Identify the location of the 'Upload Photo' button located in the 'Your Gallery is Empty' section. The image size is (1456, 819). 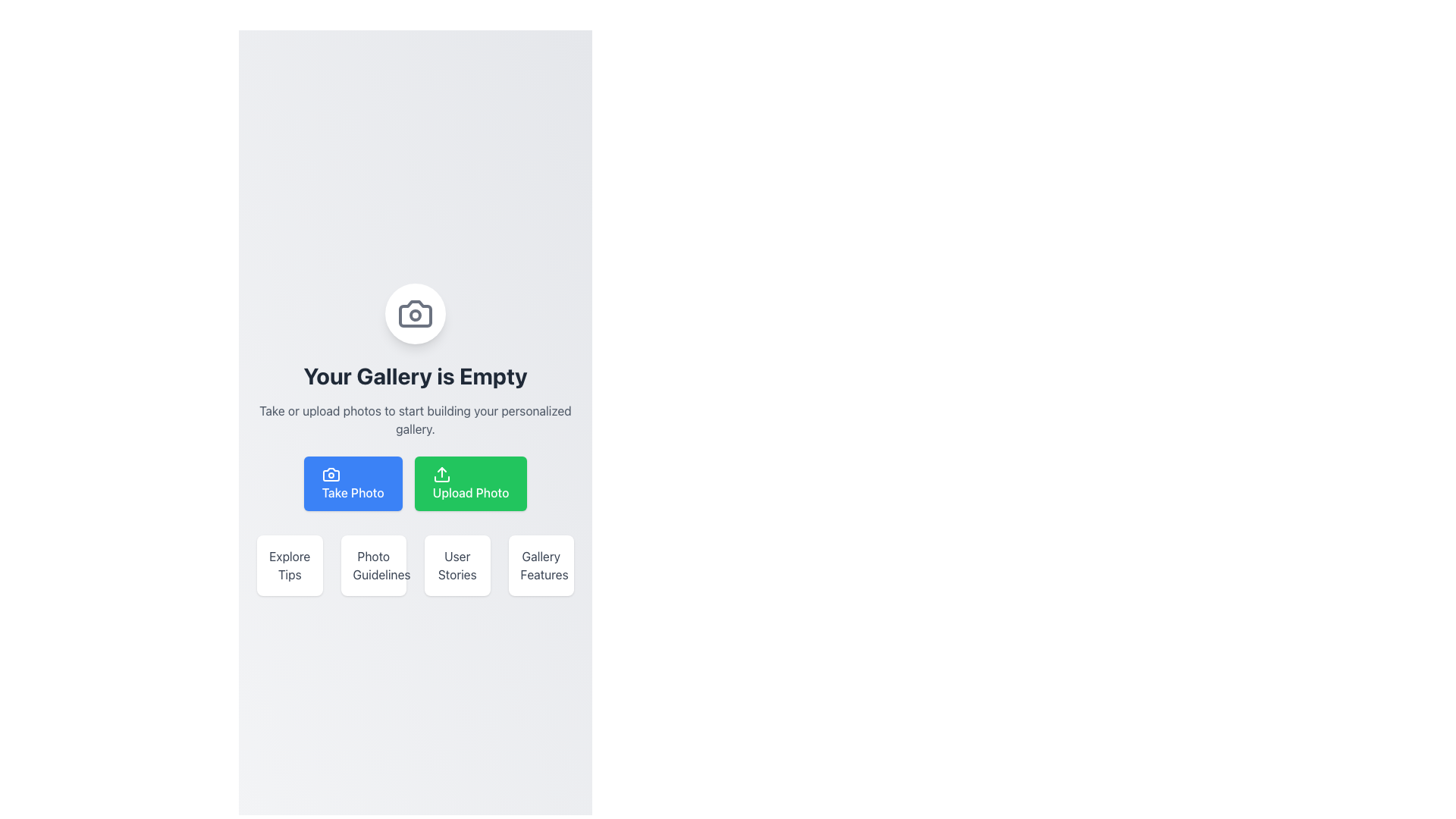
(469, 483).